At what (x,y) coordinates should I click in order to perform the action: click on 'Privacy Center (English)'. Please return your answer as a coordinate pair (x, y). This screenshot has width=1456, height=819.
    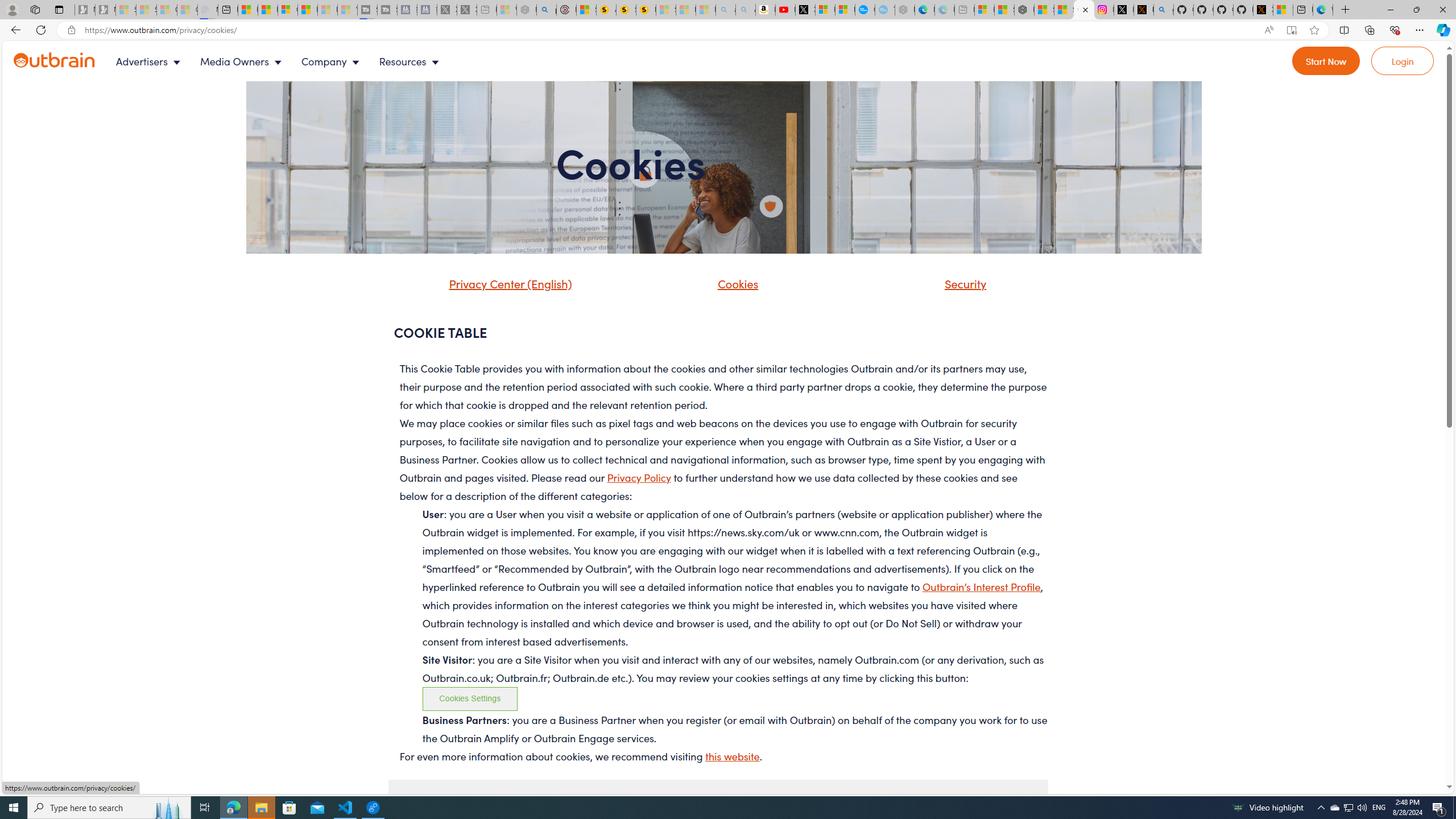
    Looking at the image, I should click on (507, 283).